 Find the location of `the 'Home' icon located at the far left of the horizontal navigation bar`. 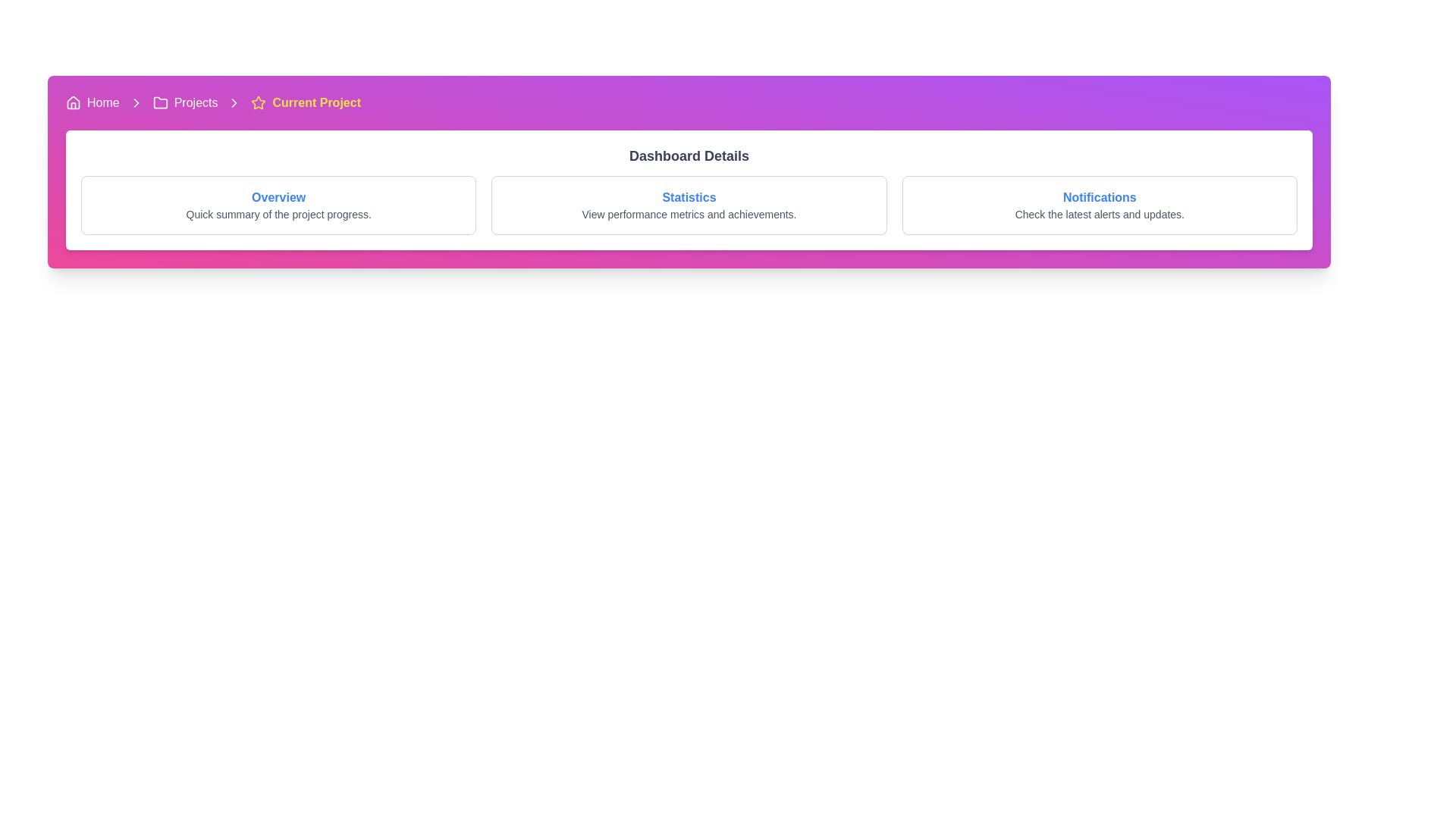

the 'Home' icon located at the far left of the horizontal navigation bar is located at coordinates (72, 102).